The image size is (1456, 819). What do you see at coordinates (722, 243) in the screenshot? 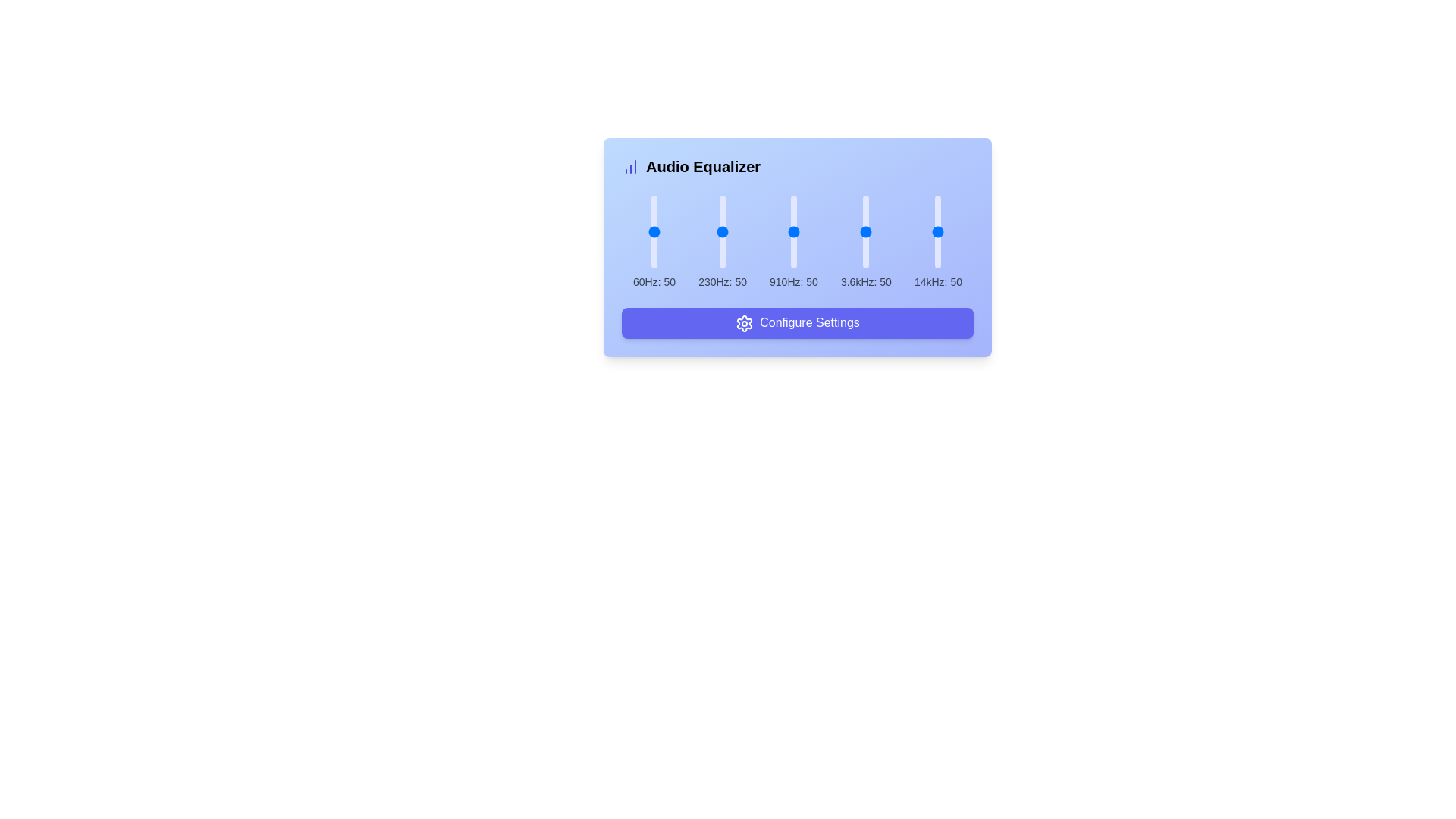
I see `the 230Hz band value` at bounding box center [722, 243].